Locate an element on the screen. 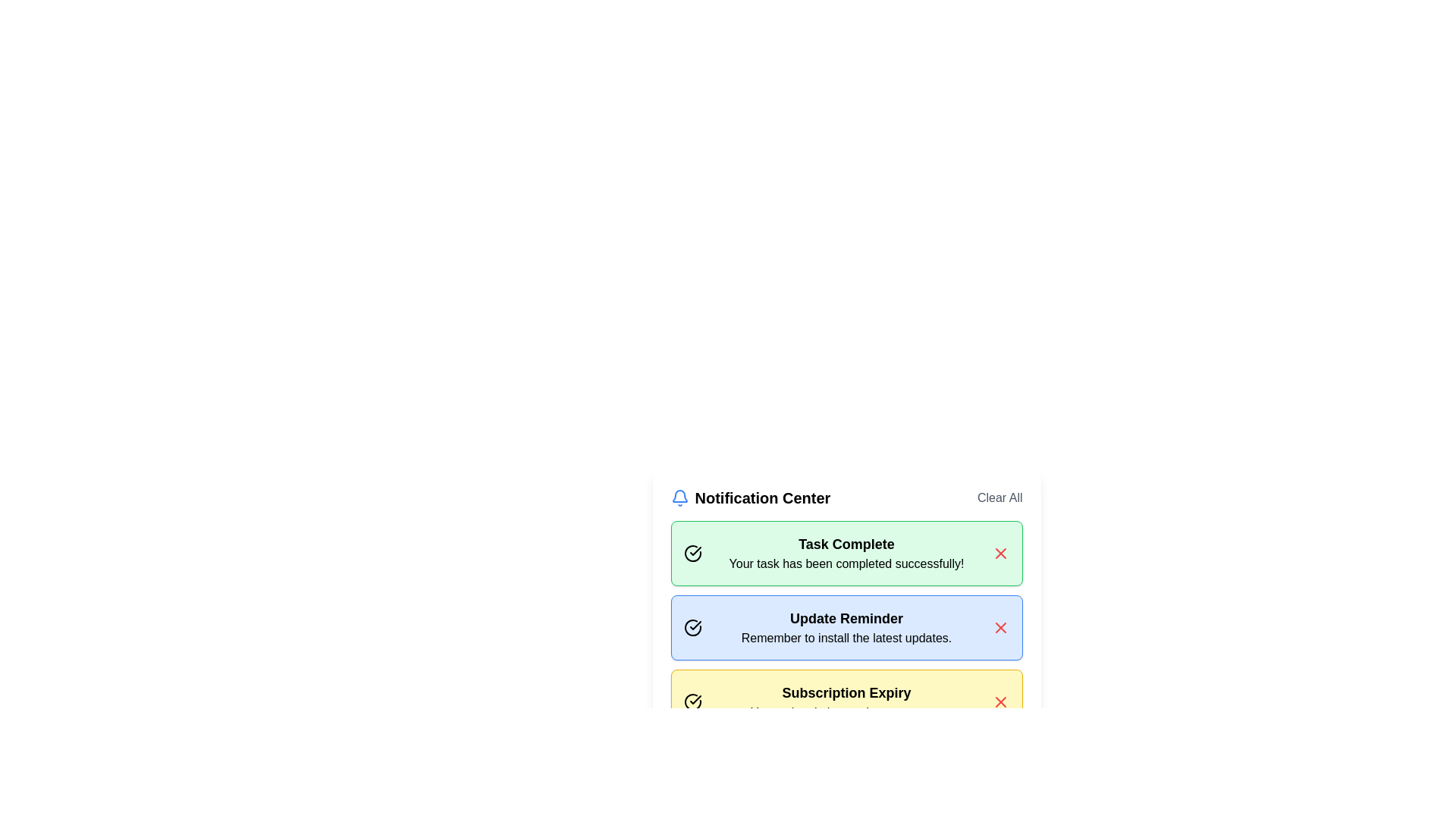  text from the bold, large-sized label that says 'Task Complete' within the green notification card at the specified coordinates is located at coordinates (846, 543).